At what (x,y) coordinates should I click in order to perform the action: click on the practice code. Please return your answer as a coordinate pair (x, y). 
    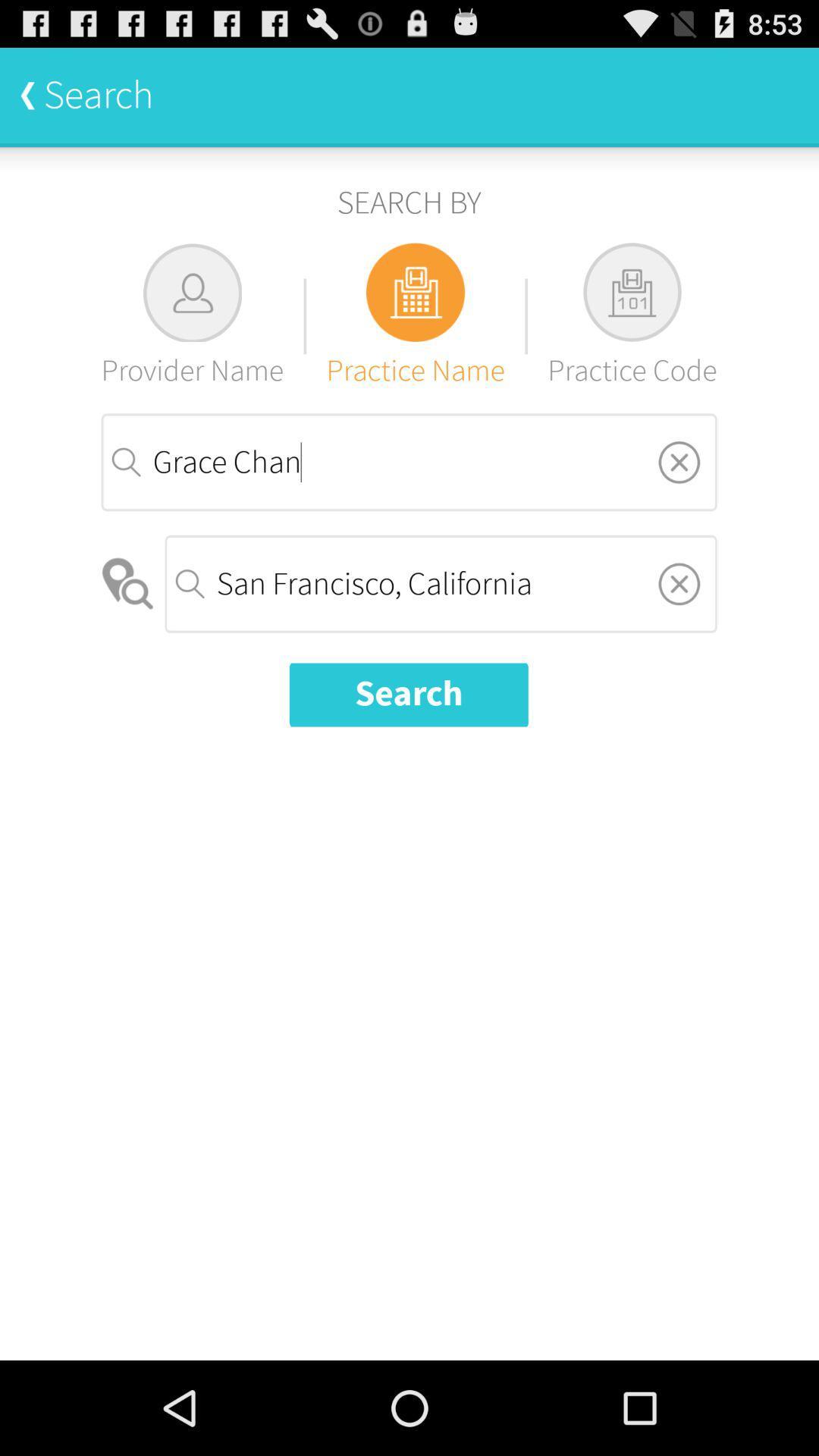
    Looking at the image, I should click on (632, 315).